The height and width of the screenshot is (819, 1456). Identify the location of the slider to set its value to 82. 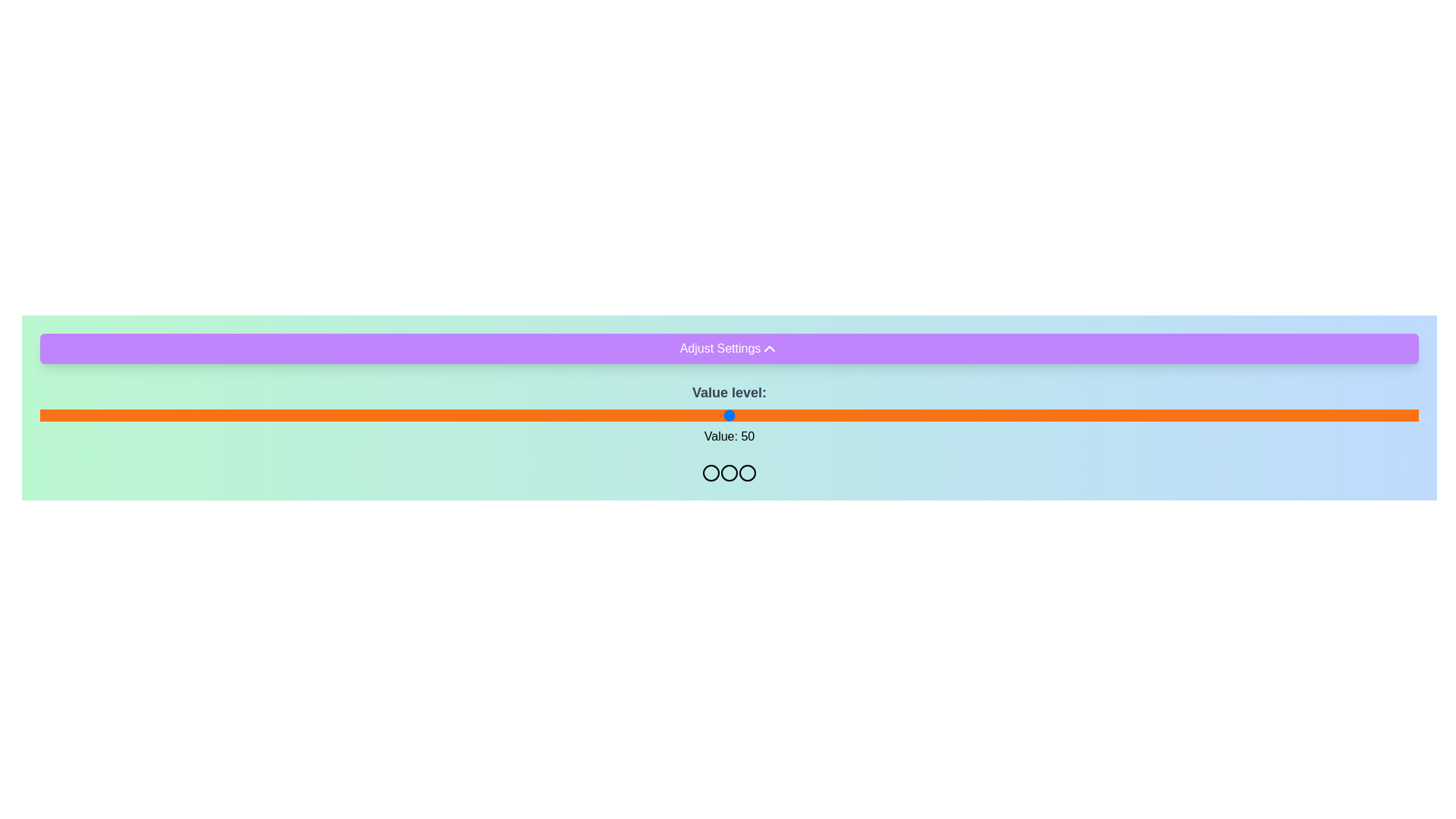
(1169, 415).